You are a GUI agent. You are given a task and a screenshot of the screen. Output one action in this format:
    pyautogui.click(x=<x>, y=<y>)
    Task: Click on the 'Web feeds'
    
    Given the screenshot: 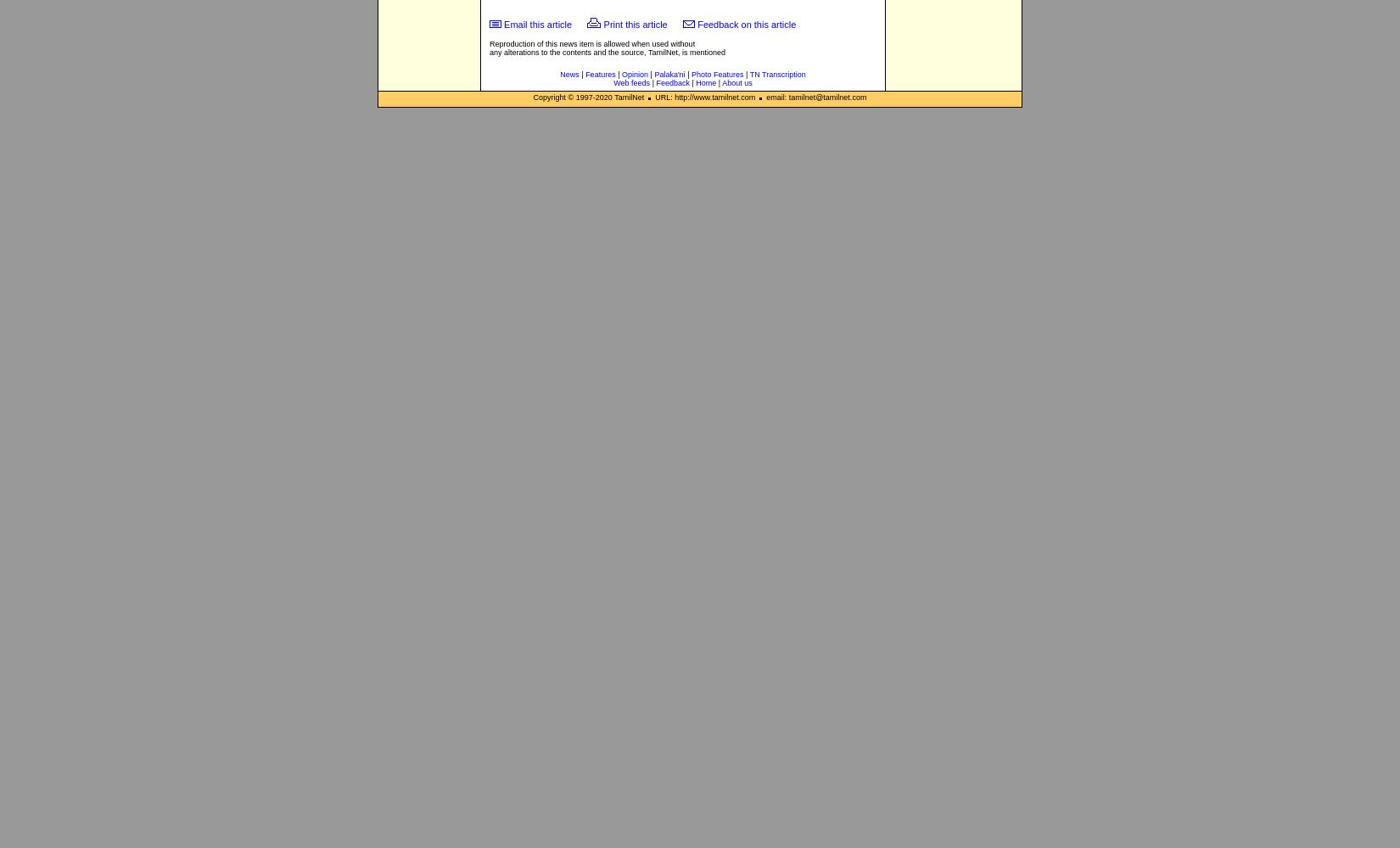 What is the action you would take?
    pyautogui.click(x=613, y=82)
    